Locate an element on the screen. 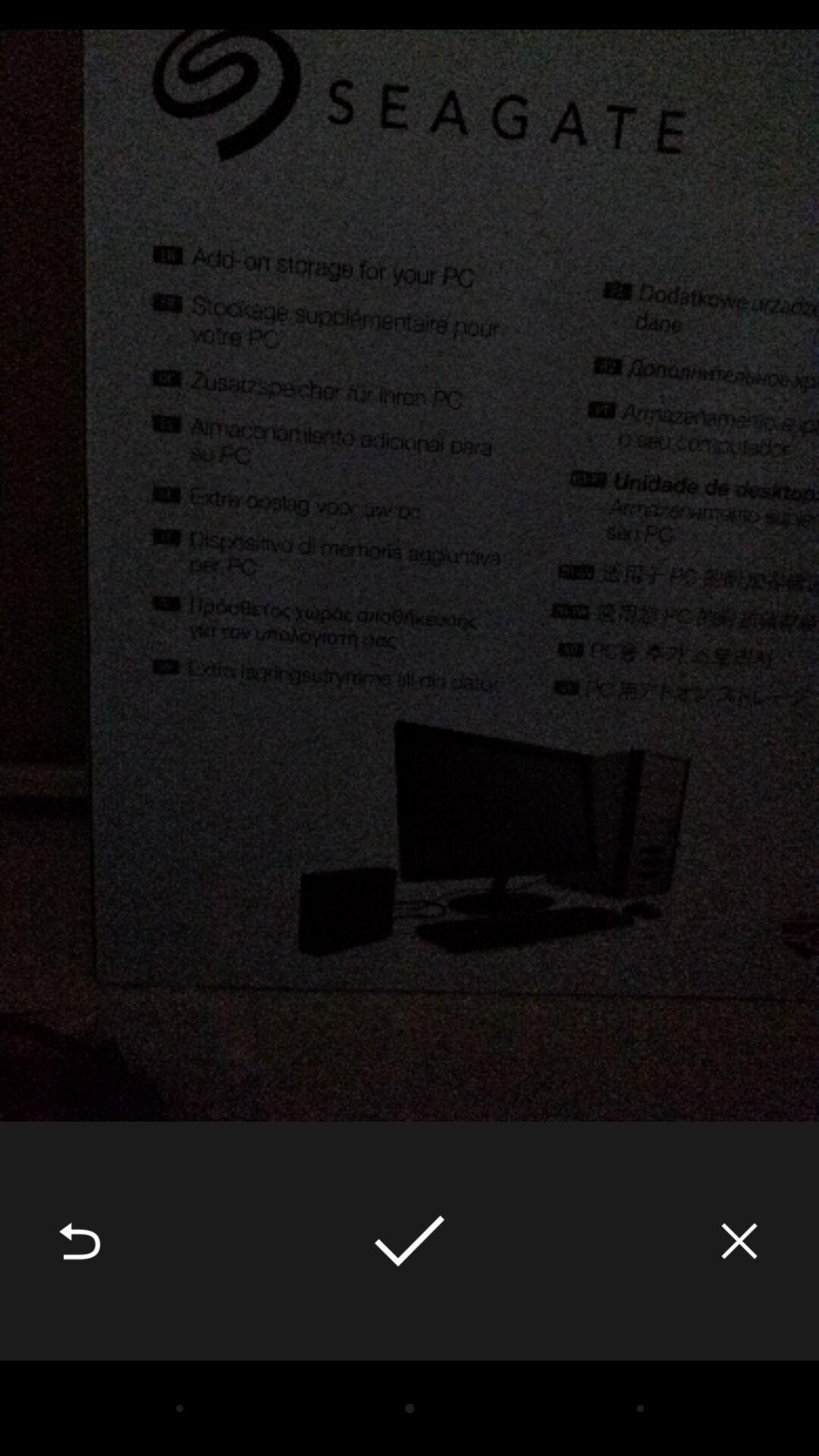 This screenshot has height=1456, width=819. the item at the bottom right corner is located at coordinates (739, 1241).